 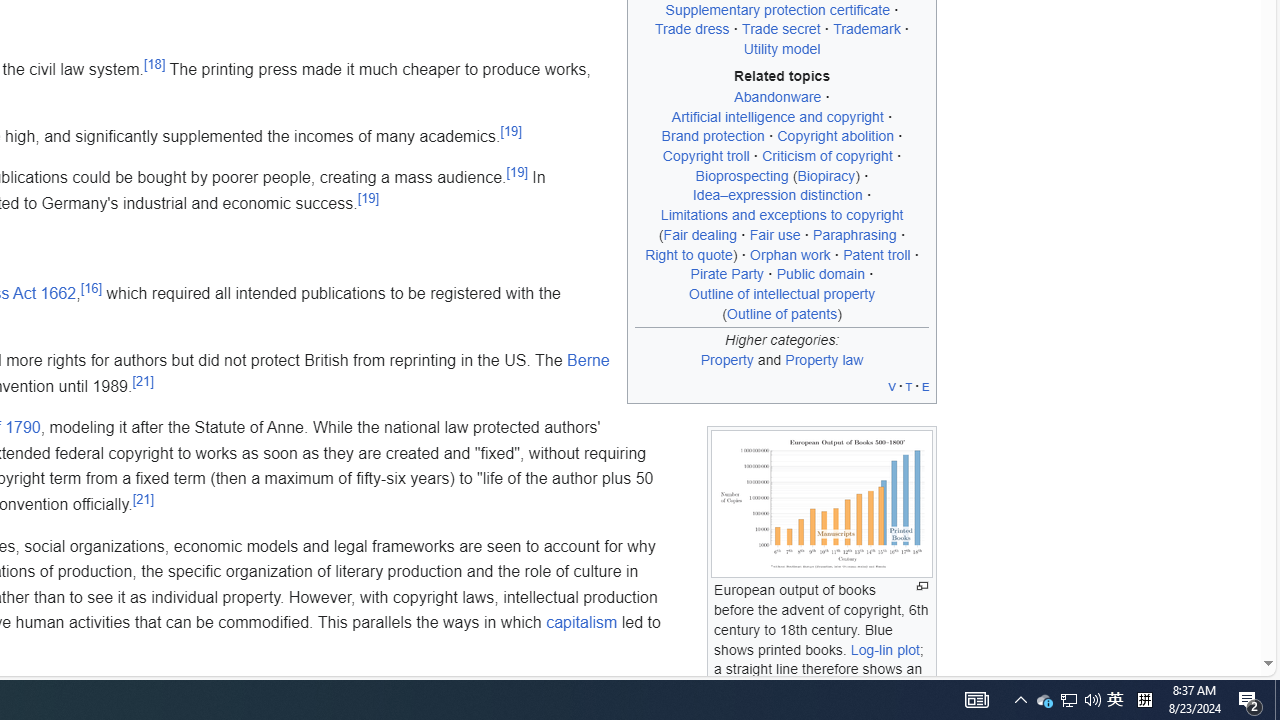 What do you see at coordinates (826, 174) in the screenshot?
I see `'(Biopiracy)'` at bounding box center [826, 174].